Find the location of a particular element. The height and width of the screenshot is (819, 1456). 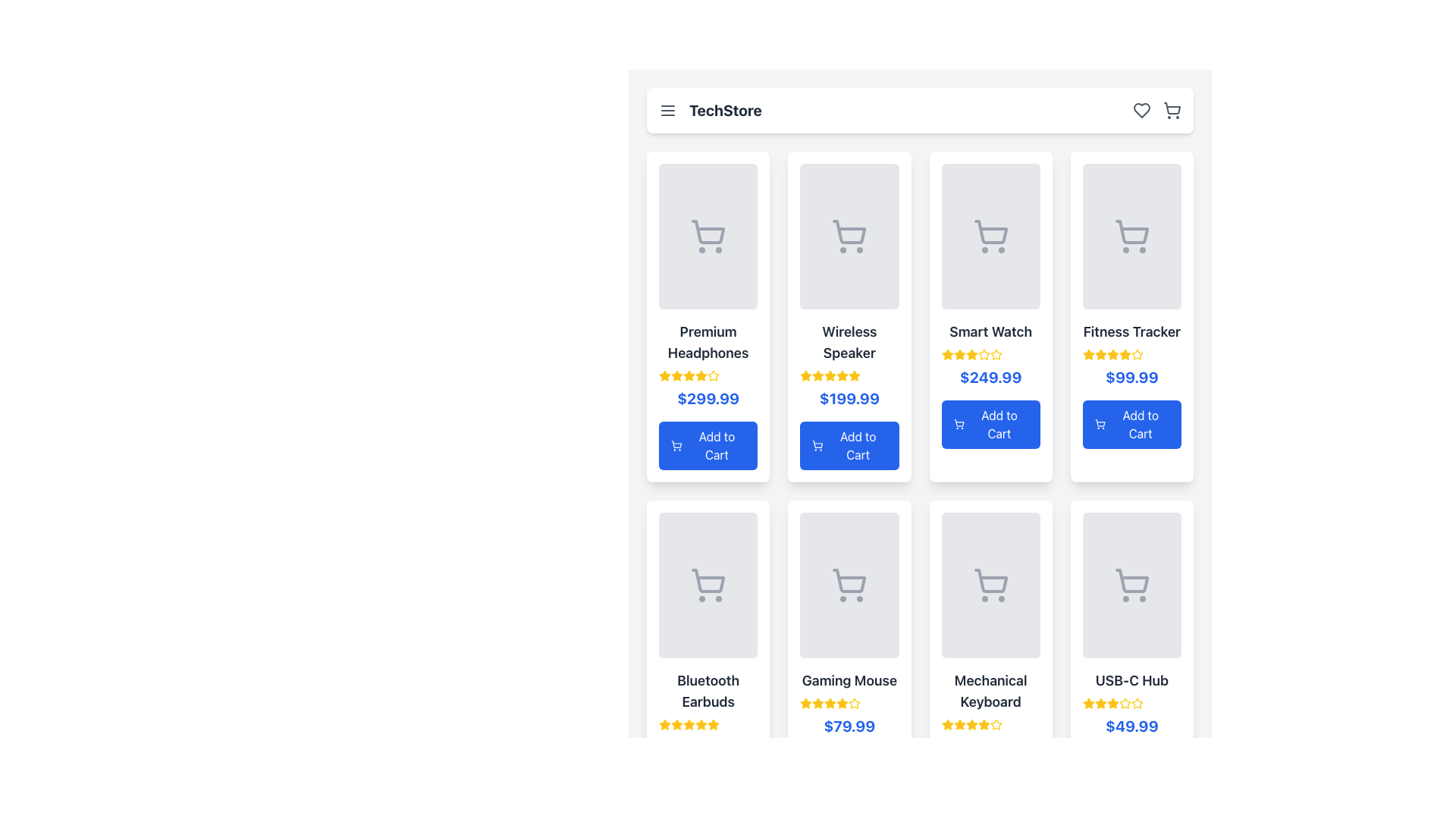

the third star icon representing a rating score for the 'Gaming Mouse' product, located in the second row of the product grid is located at coordinates (817, 704).